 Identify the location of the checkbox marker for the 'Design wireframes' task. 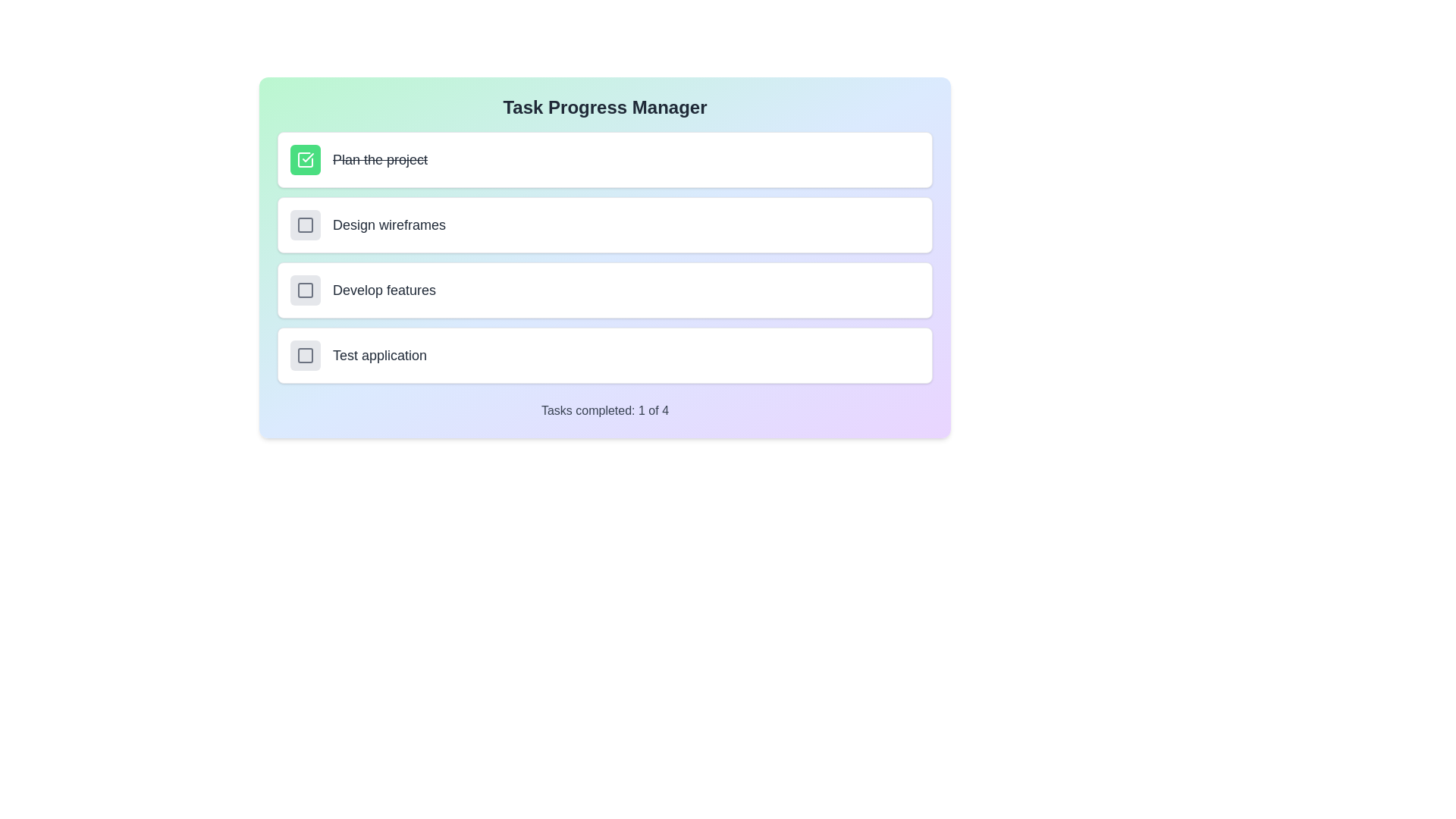
(305, 225).